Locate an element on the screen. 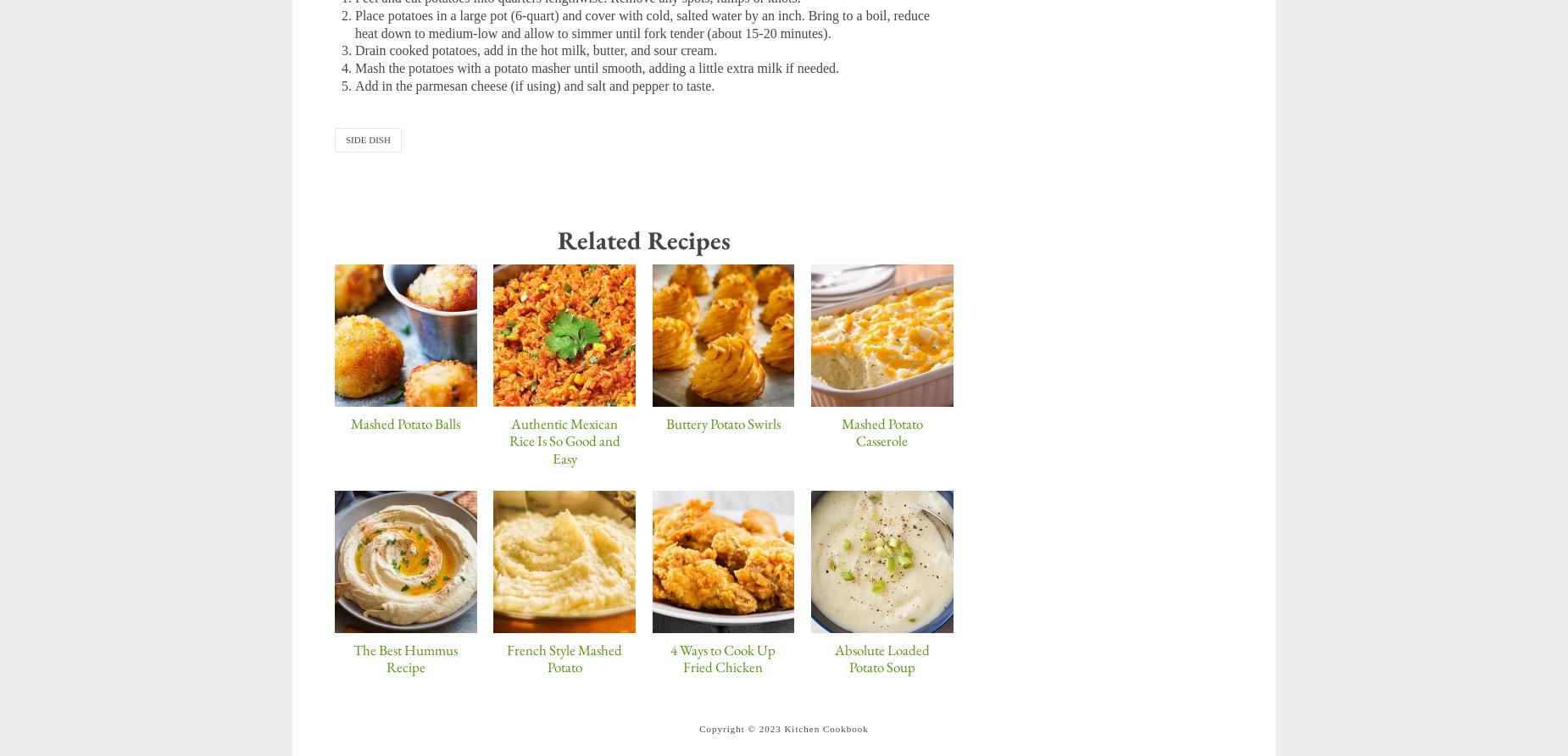 This screenshot has height=756, width=1568. 'Copyright © 2023 Kitchen Cookbook' is located at coordinates (783, 726).